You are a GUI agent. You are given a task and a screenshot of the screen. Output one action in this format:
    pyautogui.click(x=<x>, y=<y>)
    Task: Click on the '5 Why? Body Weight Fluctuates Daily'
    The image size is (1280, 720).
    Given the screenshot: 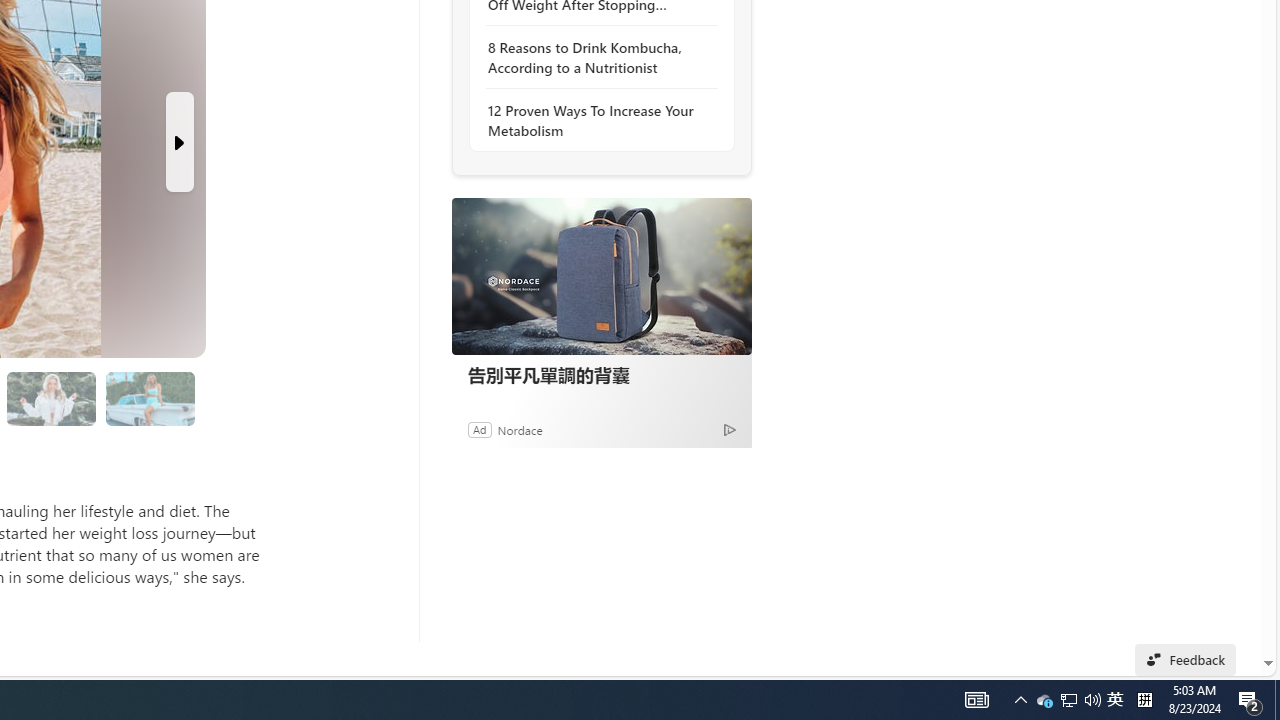 What is the action you would take?
    pyautogui.click(x=51, y=399)
    